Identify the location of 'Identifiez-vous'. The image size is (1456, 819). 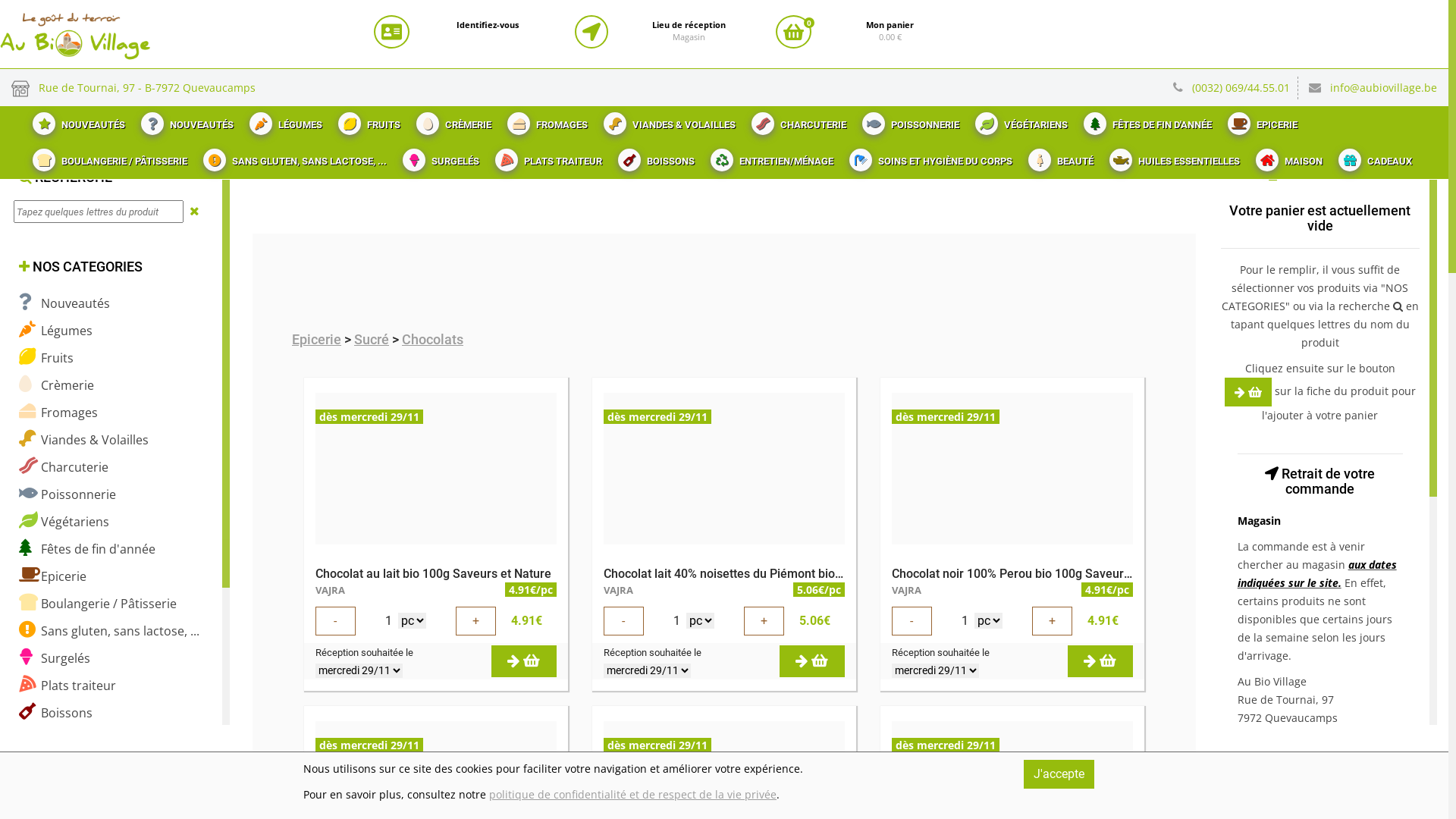
(455, 25).